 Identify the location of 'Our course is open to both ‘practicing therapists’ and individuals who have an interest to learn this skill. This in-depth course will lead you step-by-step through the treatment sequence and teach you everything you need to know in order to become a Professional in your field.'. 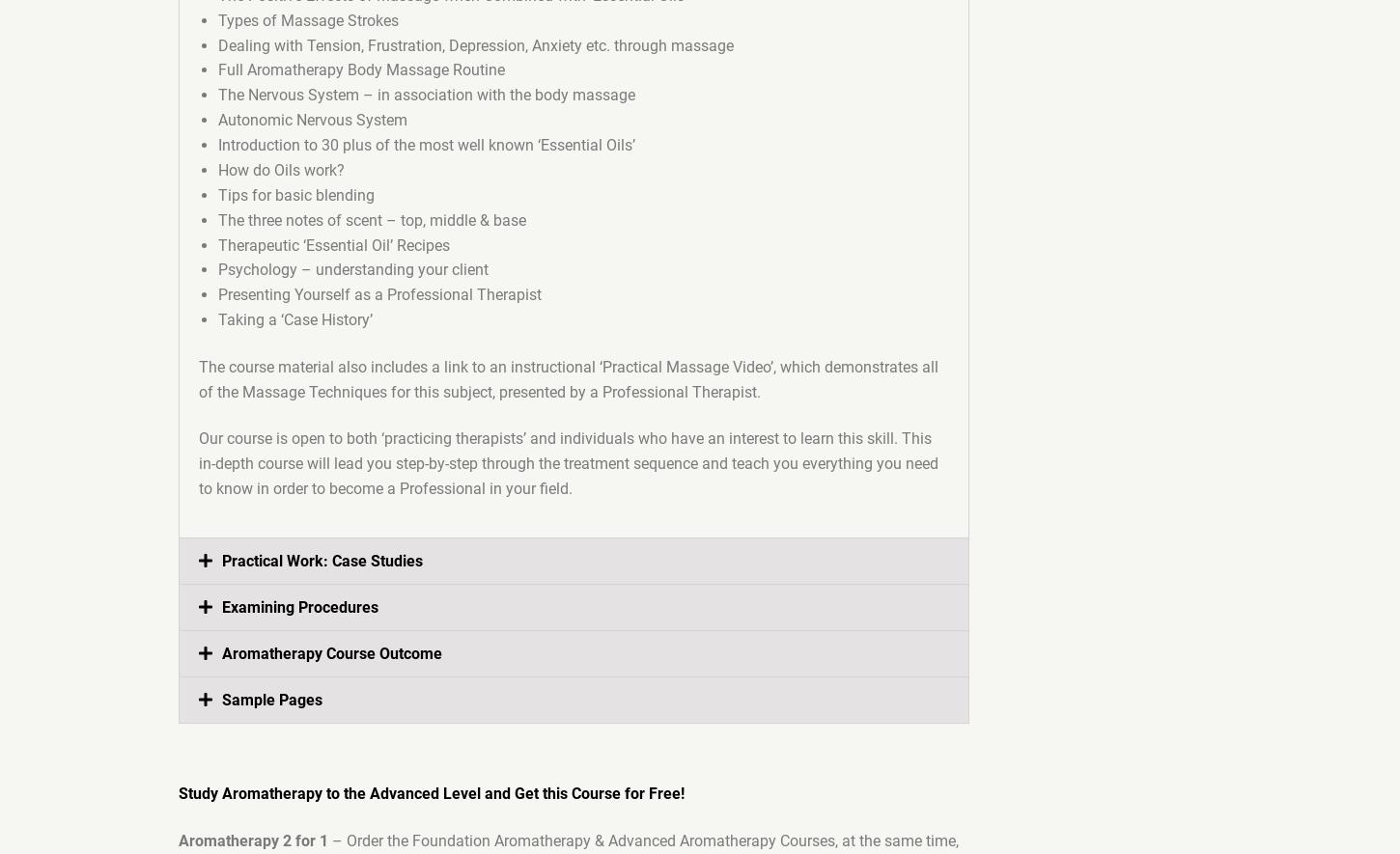
(568, 462).